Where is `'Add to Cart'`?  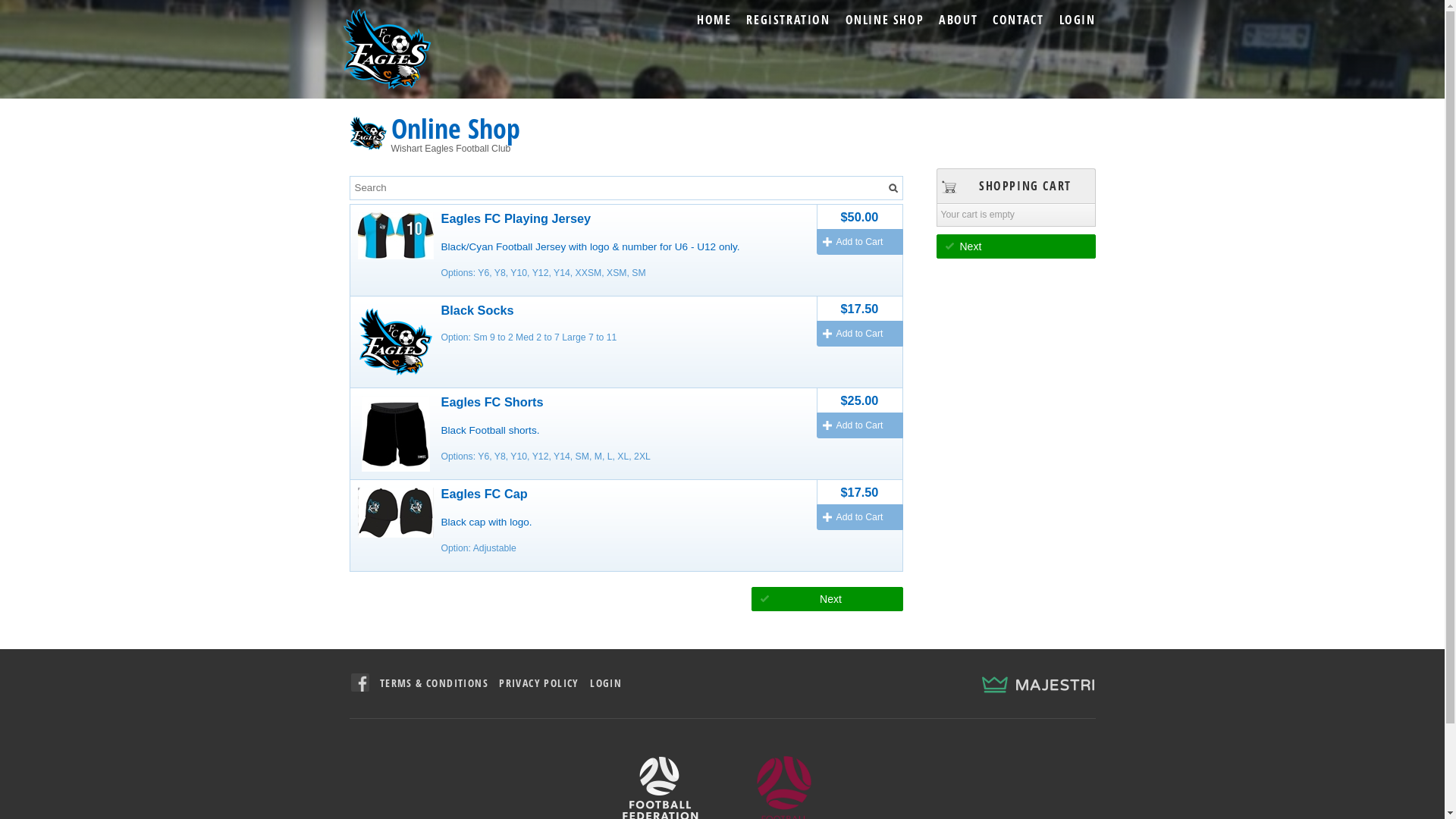
'Add to Cart' is located at coordinates (858, 516).